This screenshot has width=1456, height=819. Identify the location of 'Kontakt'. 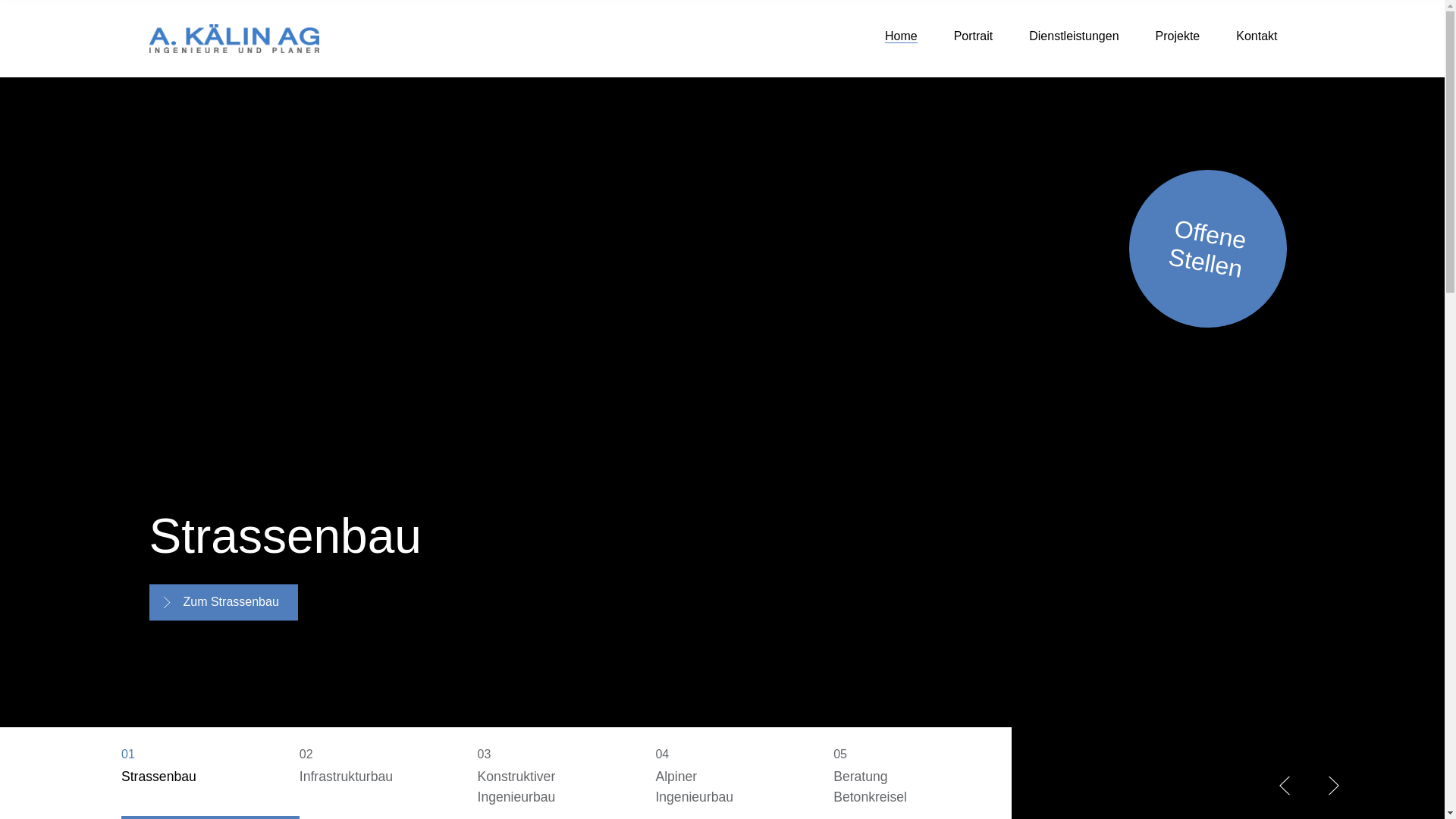
(1256, 35).